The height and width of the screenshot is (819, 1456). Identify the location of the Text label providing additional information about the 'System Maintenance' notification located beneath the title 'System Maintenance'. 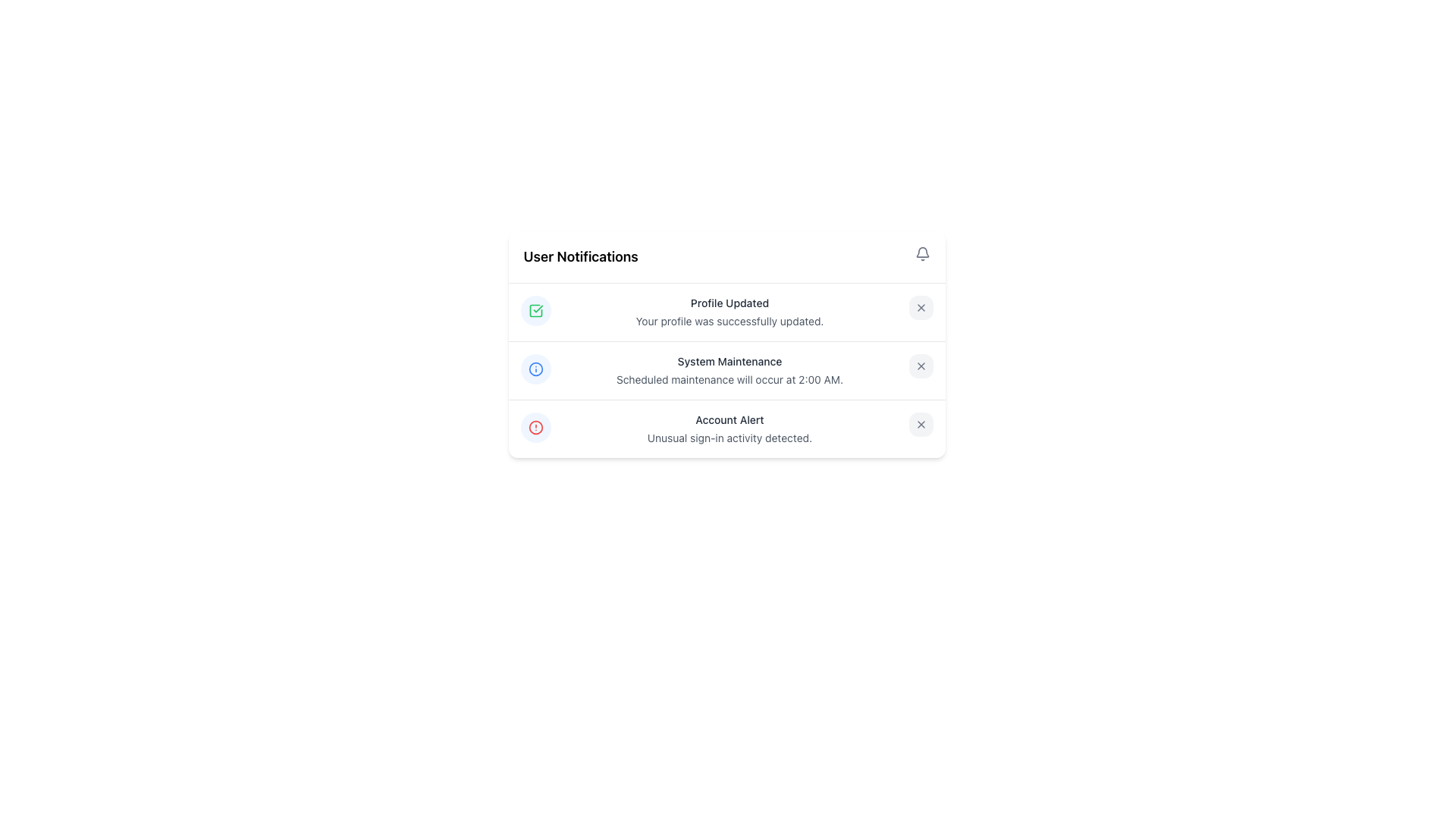
(730, 379).